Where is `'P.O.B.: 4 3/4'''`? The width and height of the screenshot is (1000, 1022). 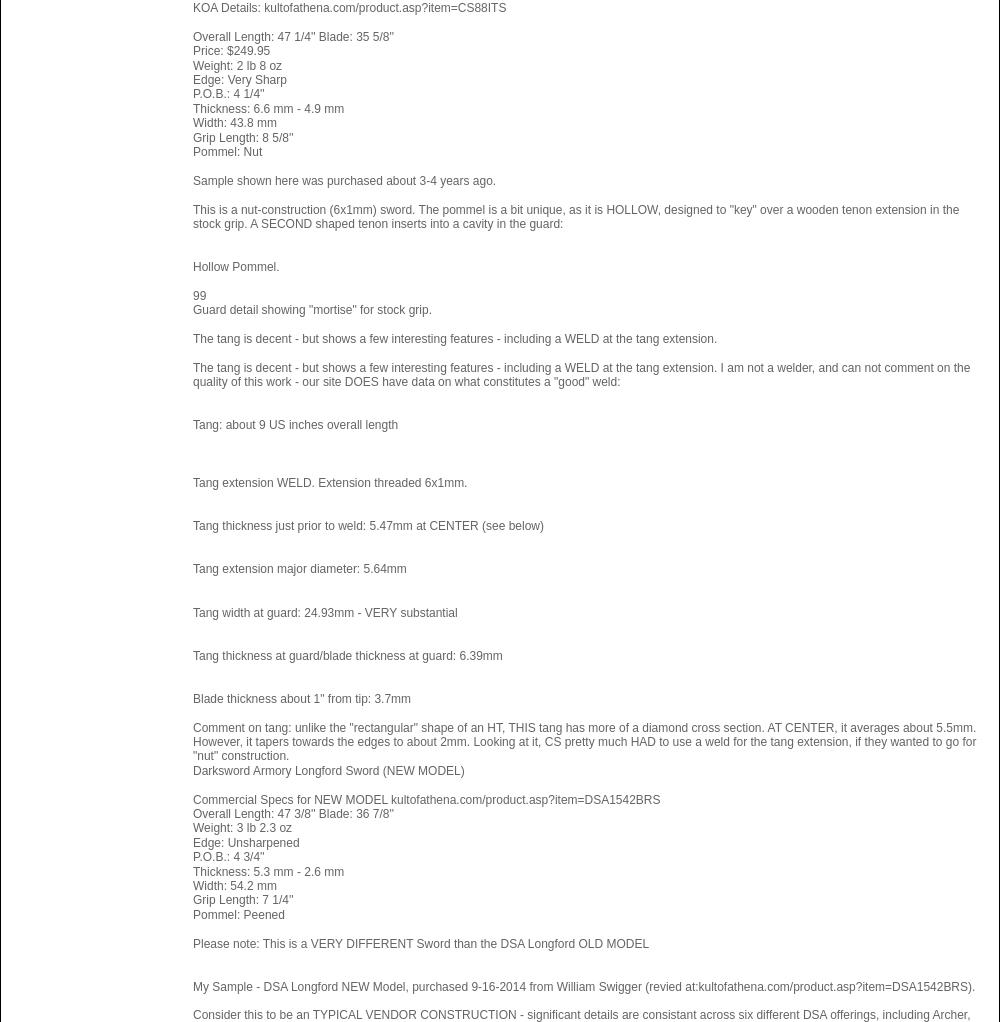
'P.O.B.: 4 3/4''' is located at coordinates (192, 857).